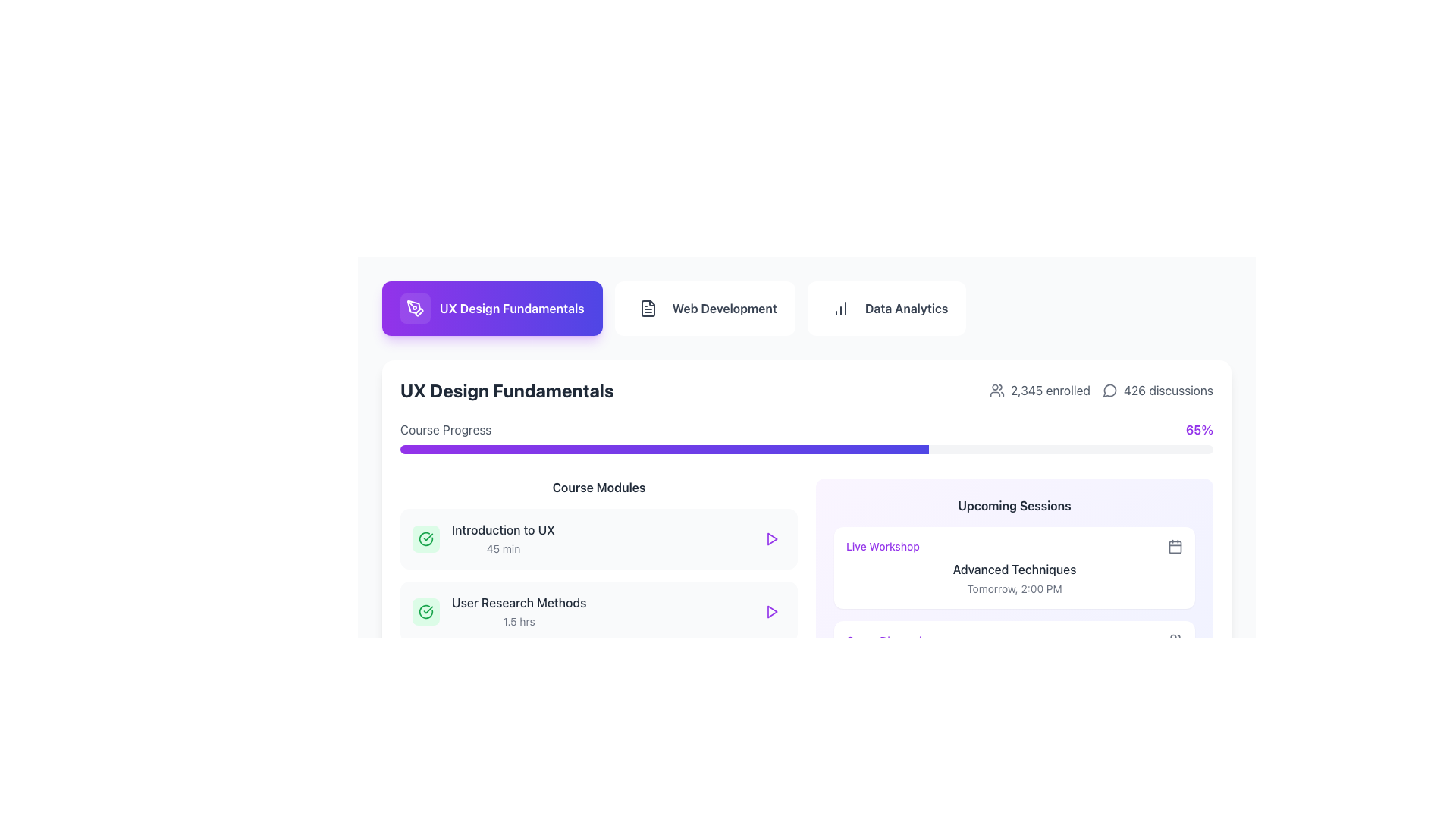 This screenshot has height=819, width=1456. Describe the element at coordinates (997, 390) in the screenshot. I see `the icon located to the immediate left of the text '2,345 enrolled' in the top-right corner of the 'UX Design Fundamentals' section` at that location.